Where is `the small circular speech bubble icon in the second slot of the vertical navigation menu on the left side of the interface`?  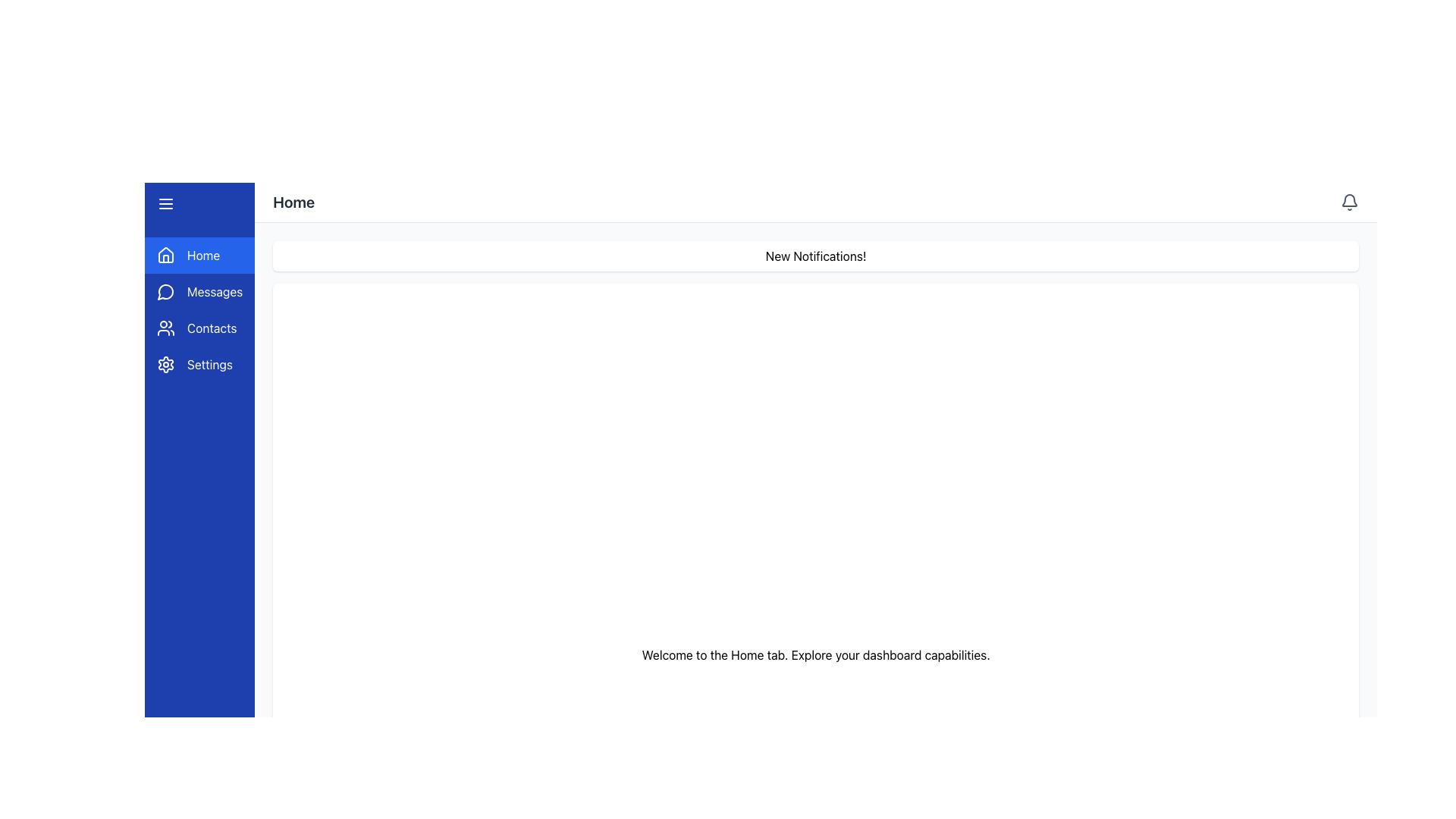 the small circular speech bubble icon in the second slot of the vertical navigation menu on the left side of the interface is located at coordinates (165, 292).